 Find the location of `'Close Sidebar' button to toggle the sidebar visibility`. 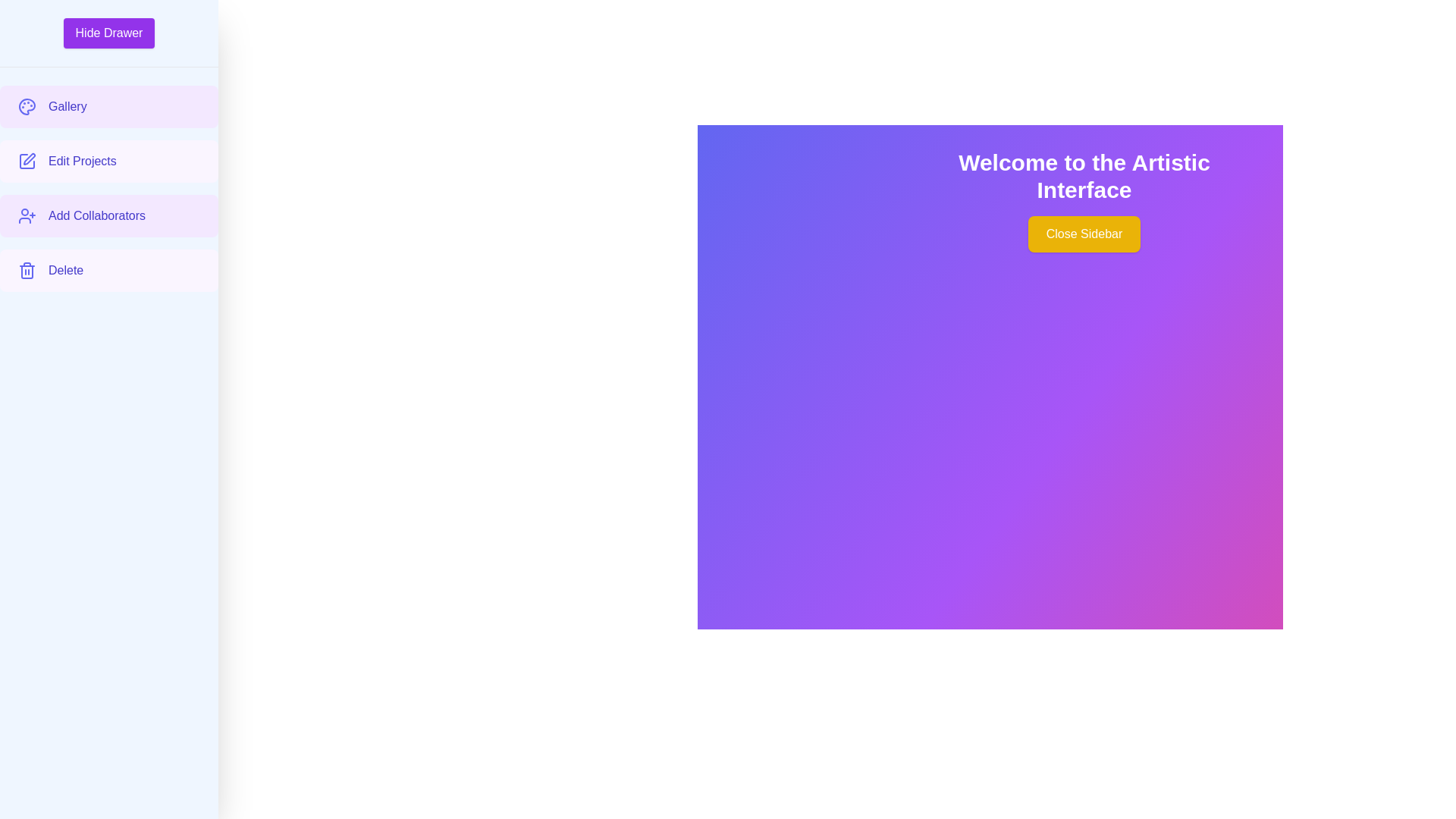

'Close Sidebar' button to toggle the sidebar visibility is located at coordinates (1084, 234).